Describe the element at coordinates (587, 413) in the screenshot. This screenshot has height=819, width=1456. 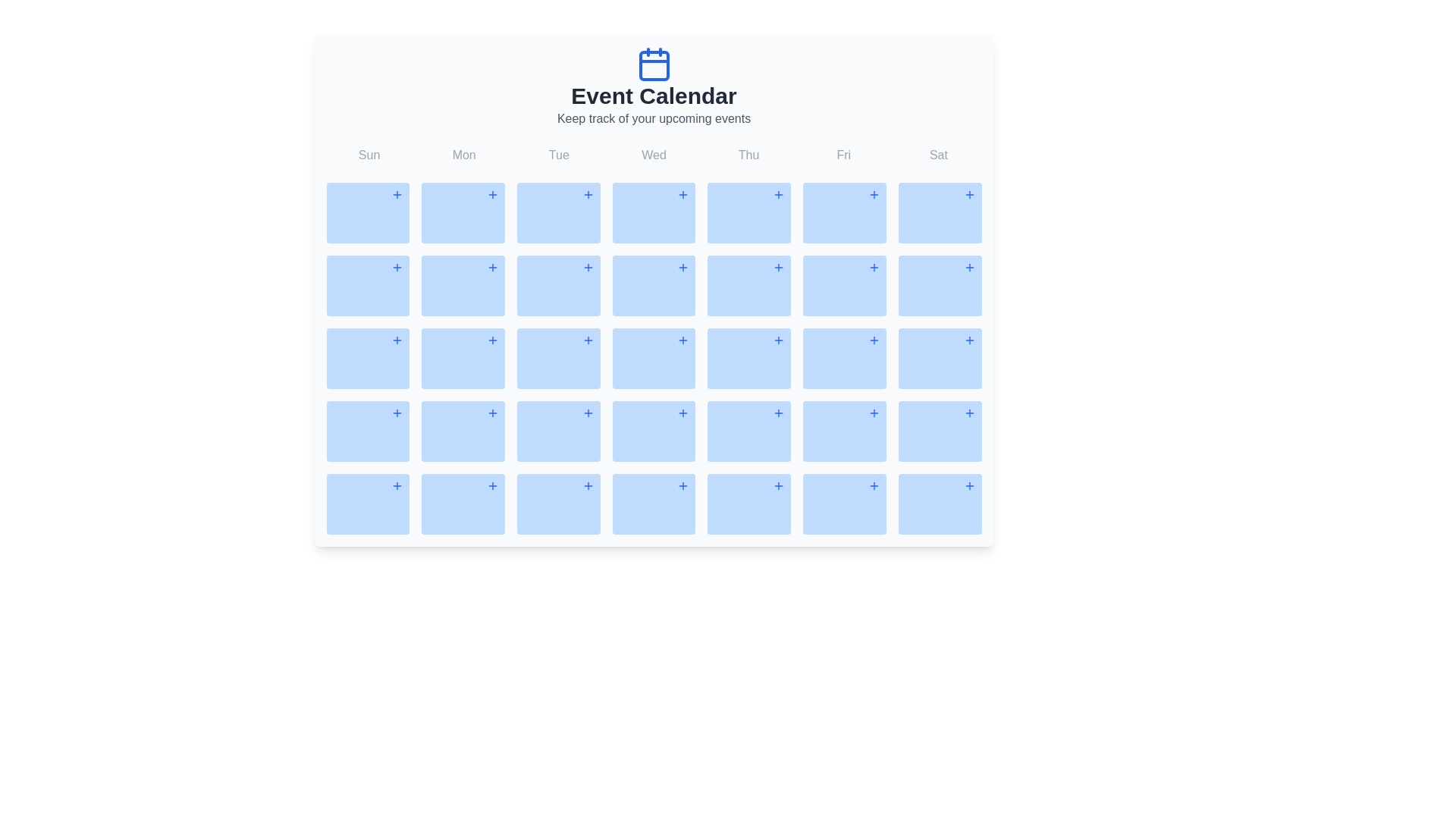
I see `the interactive button located in the top-right corner of the tile in the third row and third column` at that location.